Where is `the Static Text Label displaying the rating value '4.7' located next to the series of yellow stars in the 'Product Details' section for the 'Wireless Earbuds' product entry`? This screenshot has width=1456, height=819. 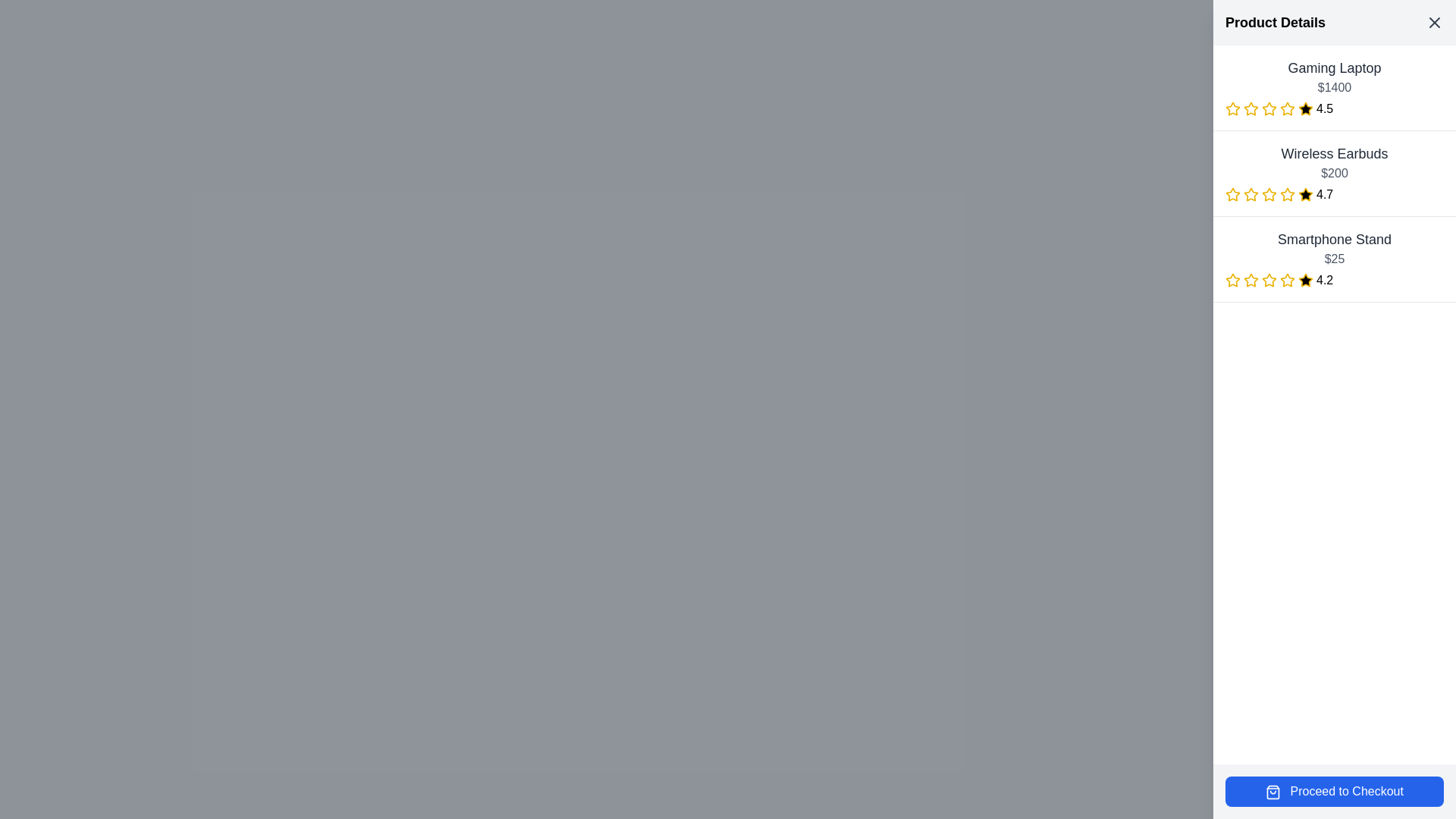 the Static Text Label displaying the rating value '4.7' located next to the series of yellow stars in the 'Product Details' section for the 'Wireless Earbuds' product entry is located at coordinates (1324, 194).